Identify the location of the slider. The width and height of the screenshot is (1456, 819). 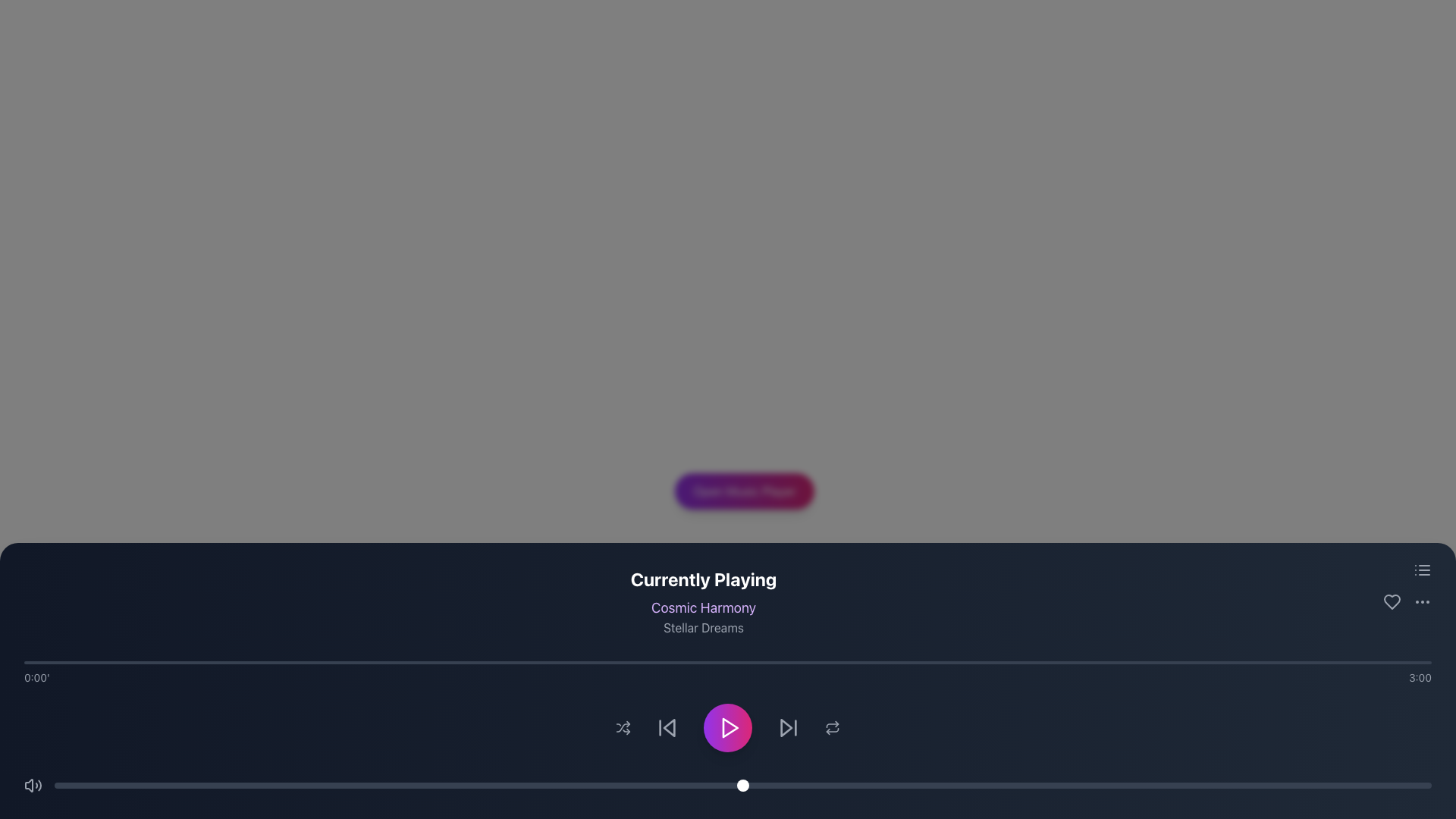
(522, 785).